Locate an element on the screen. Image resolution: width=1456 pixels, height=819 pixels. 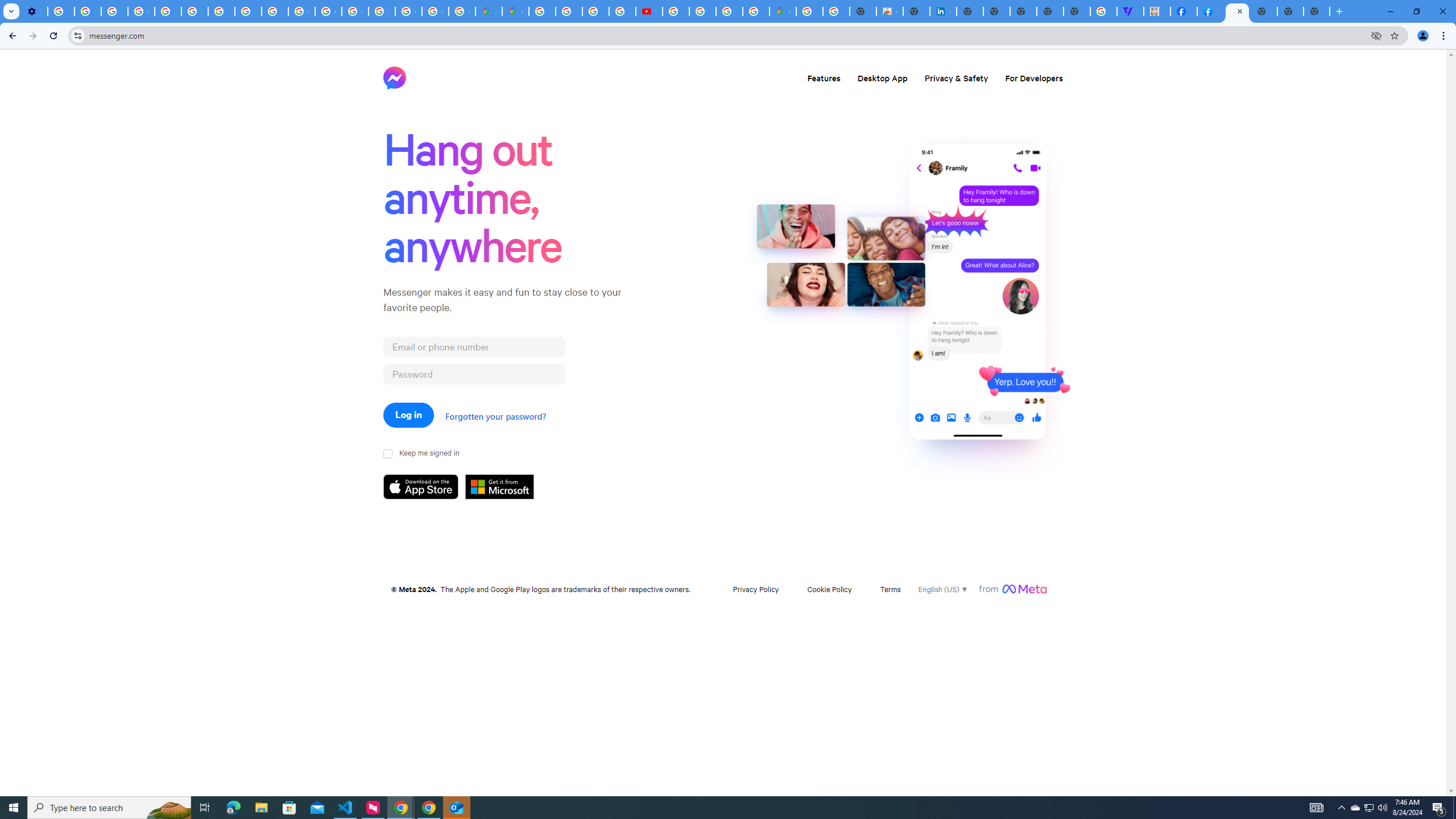
'Privacy Help Center - Policies Help' is located at coordinates (167, 11).